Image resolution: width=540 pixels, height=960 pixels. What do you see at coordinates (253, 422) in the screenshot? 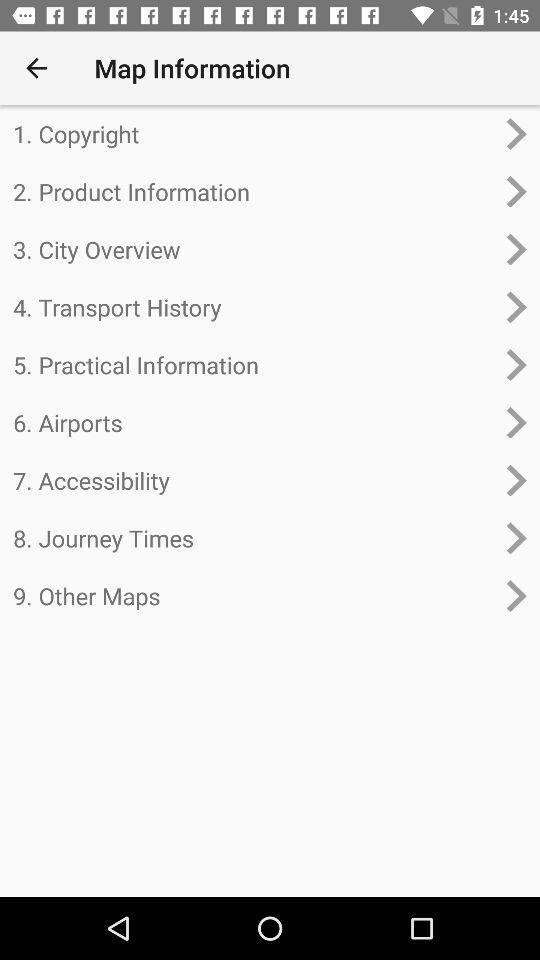
I see `the icon below 5. practical information item` at bounding box center [253, 422].